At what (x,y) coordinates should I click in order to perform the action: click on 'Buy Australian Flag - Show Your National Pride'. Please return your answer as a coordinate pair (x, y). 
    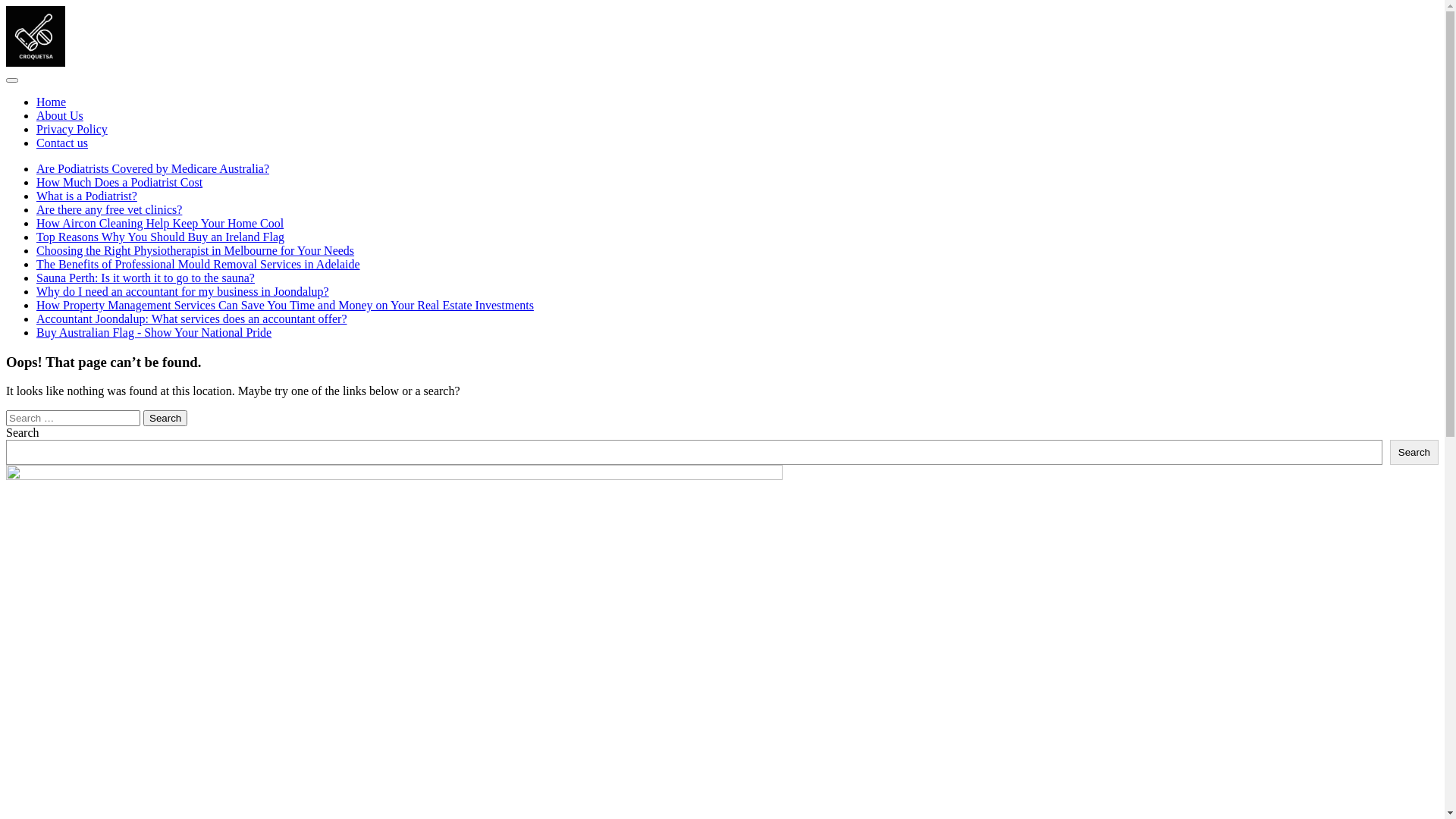
    Looking at the image, I should click on (36, 331).